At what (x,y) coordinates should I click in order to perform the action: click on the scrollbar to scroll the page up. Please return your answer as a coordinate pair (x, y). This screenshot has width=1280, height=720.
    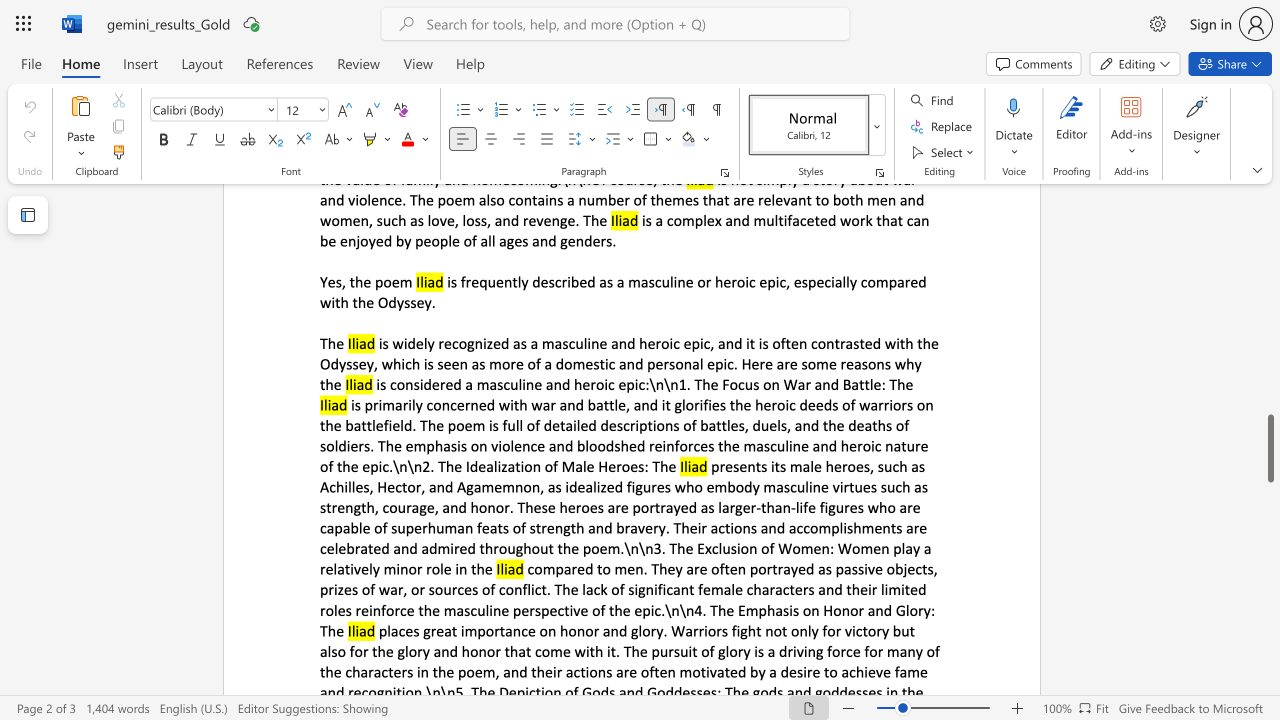
    Looking at the image, I should click on (1269, 338).